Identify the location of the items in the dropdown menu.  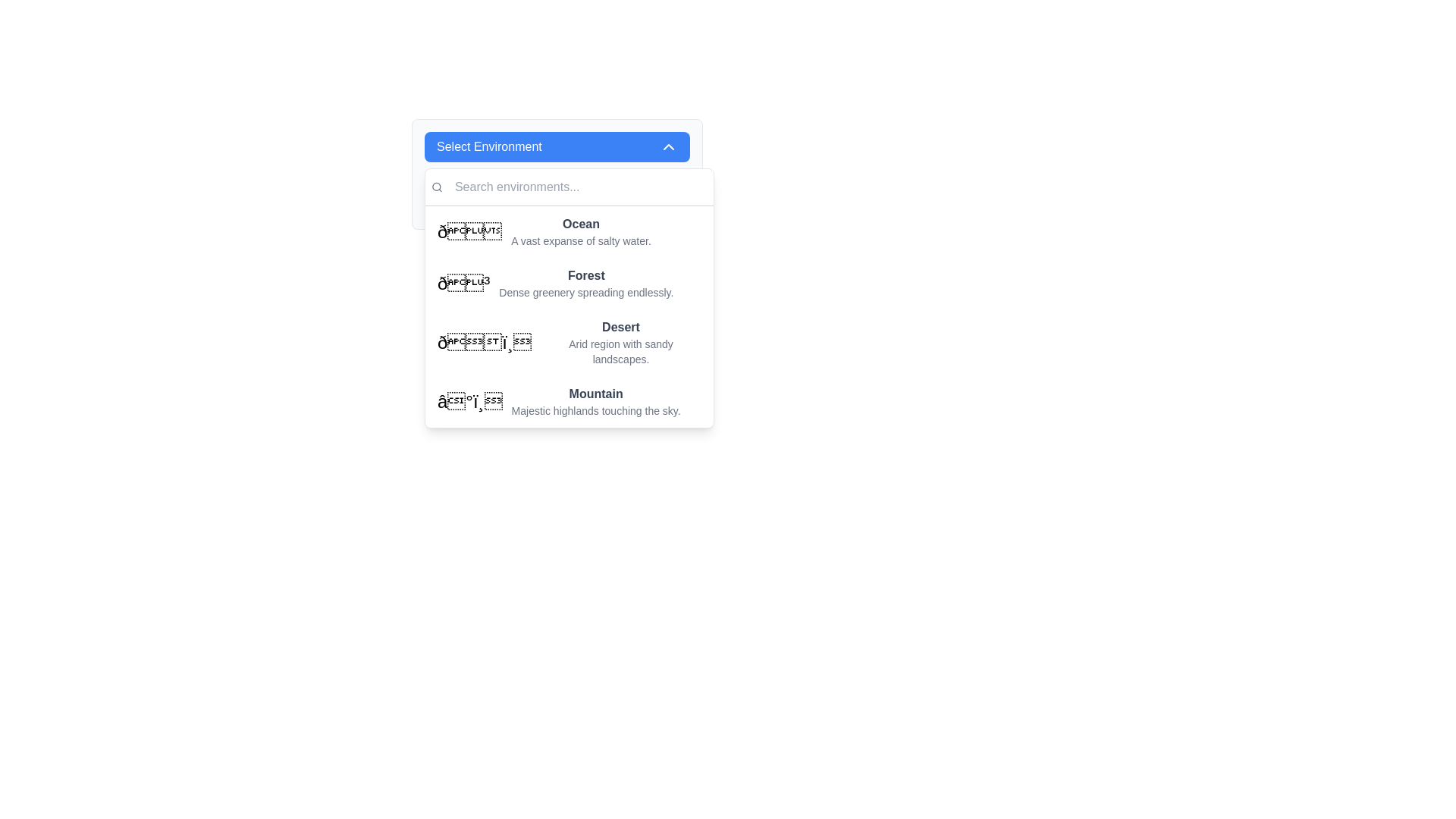
(568, 298).